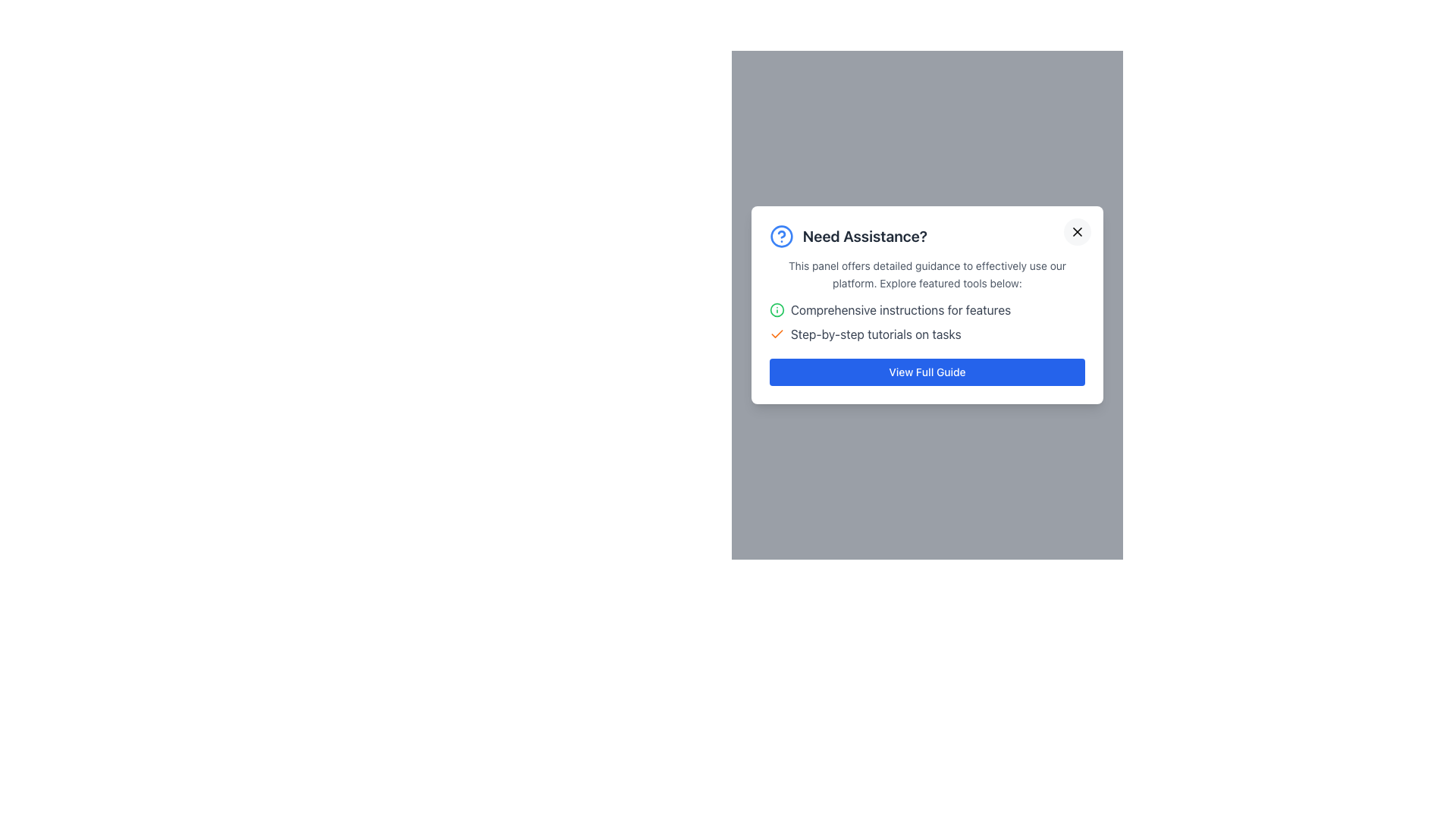  Describe the element at coordinates (927, 322) in the screenshot. I see `the text items in the informational list, specifically on the lines that read 'Comprehensive instructions for features' and 'Step-by-step tutorials on tasks'` at that location.